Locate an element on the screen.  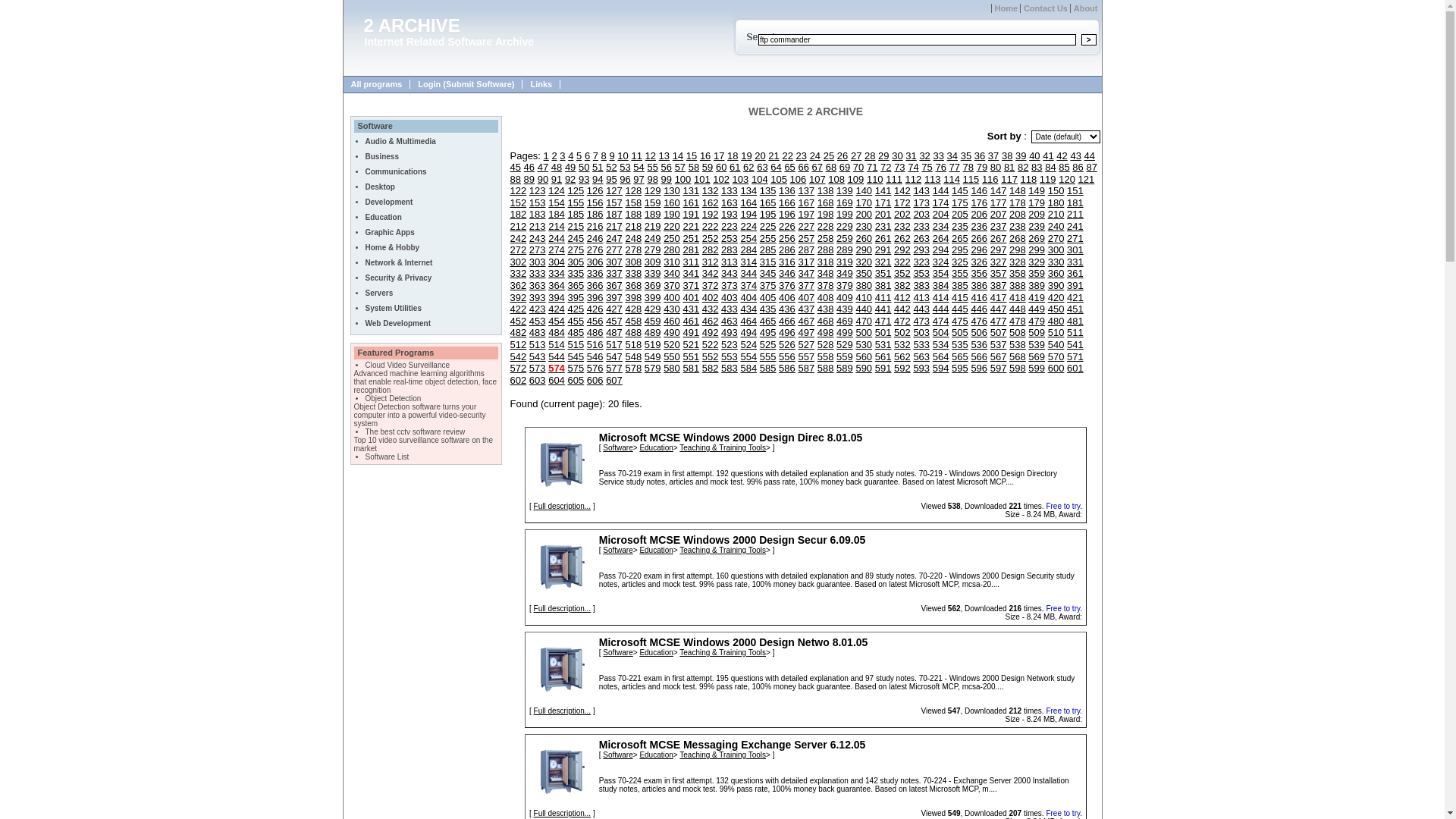
'197' is located at coordinates (805, 214).